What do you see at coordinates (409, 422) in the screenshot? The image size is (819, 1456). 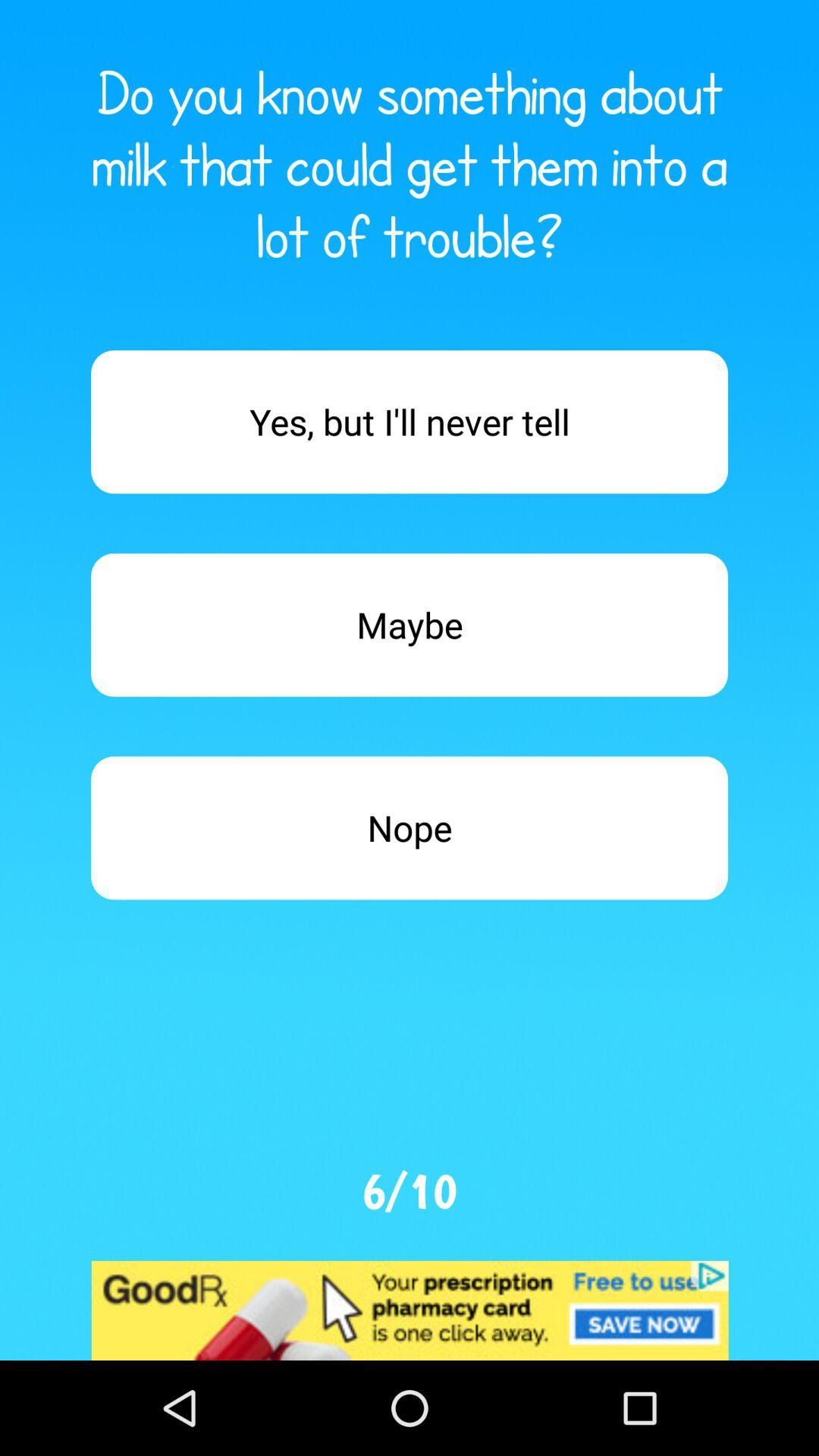 I see `yes but i 'll never tell answer option` at bounding box center [409, 422].